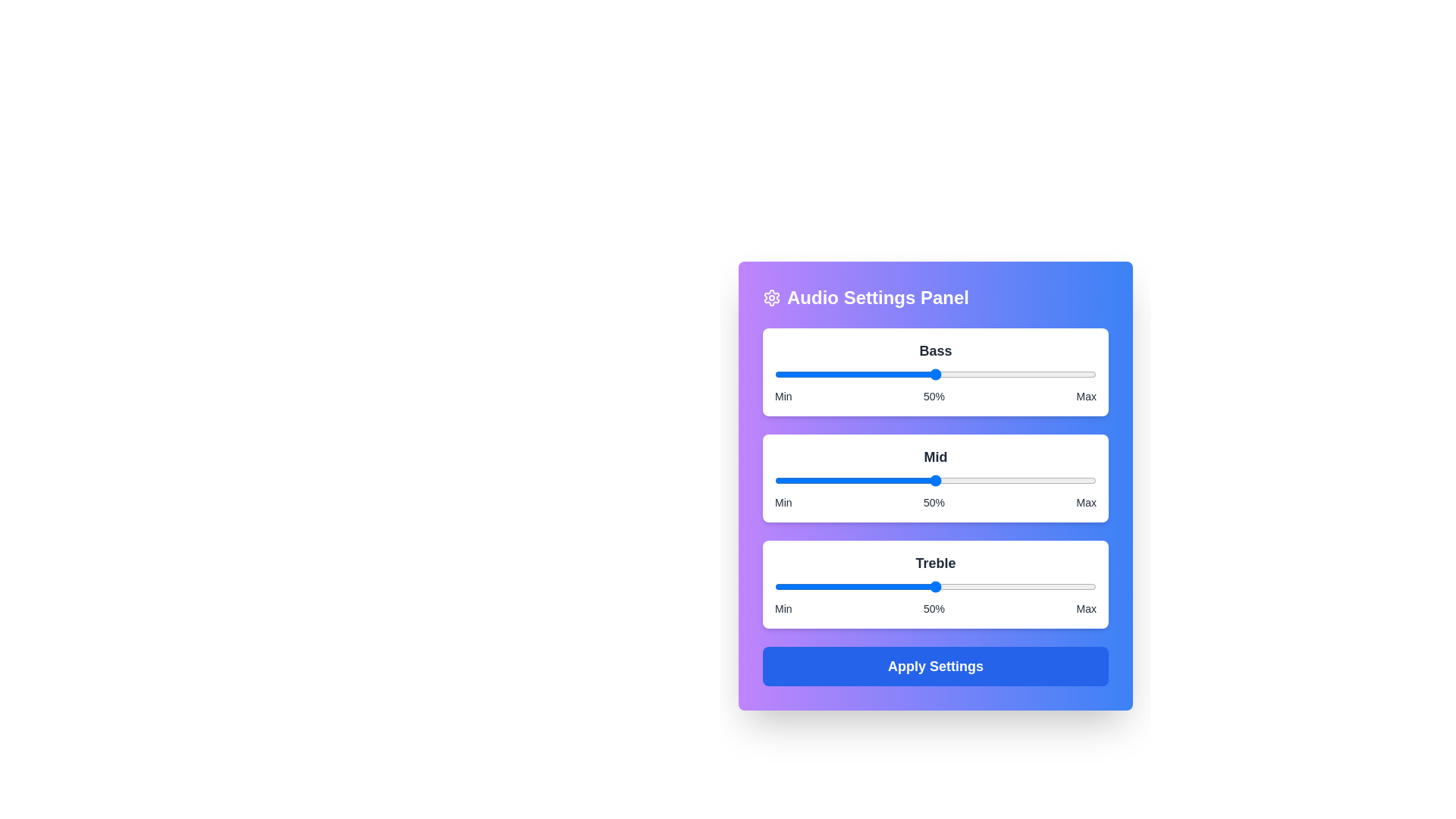 The image size is (1456, 819). What do you see at coordinates (771, 298) in the screenshot?
I see `the settings icon located at the top-left corner of the Audio Settings Panel, adjacent to the text 'Audio Settings Panel'` at bounding box center [771, 298].